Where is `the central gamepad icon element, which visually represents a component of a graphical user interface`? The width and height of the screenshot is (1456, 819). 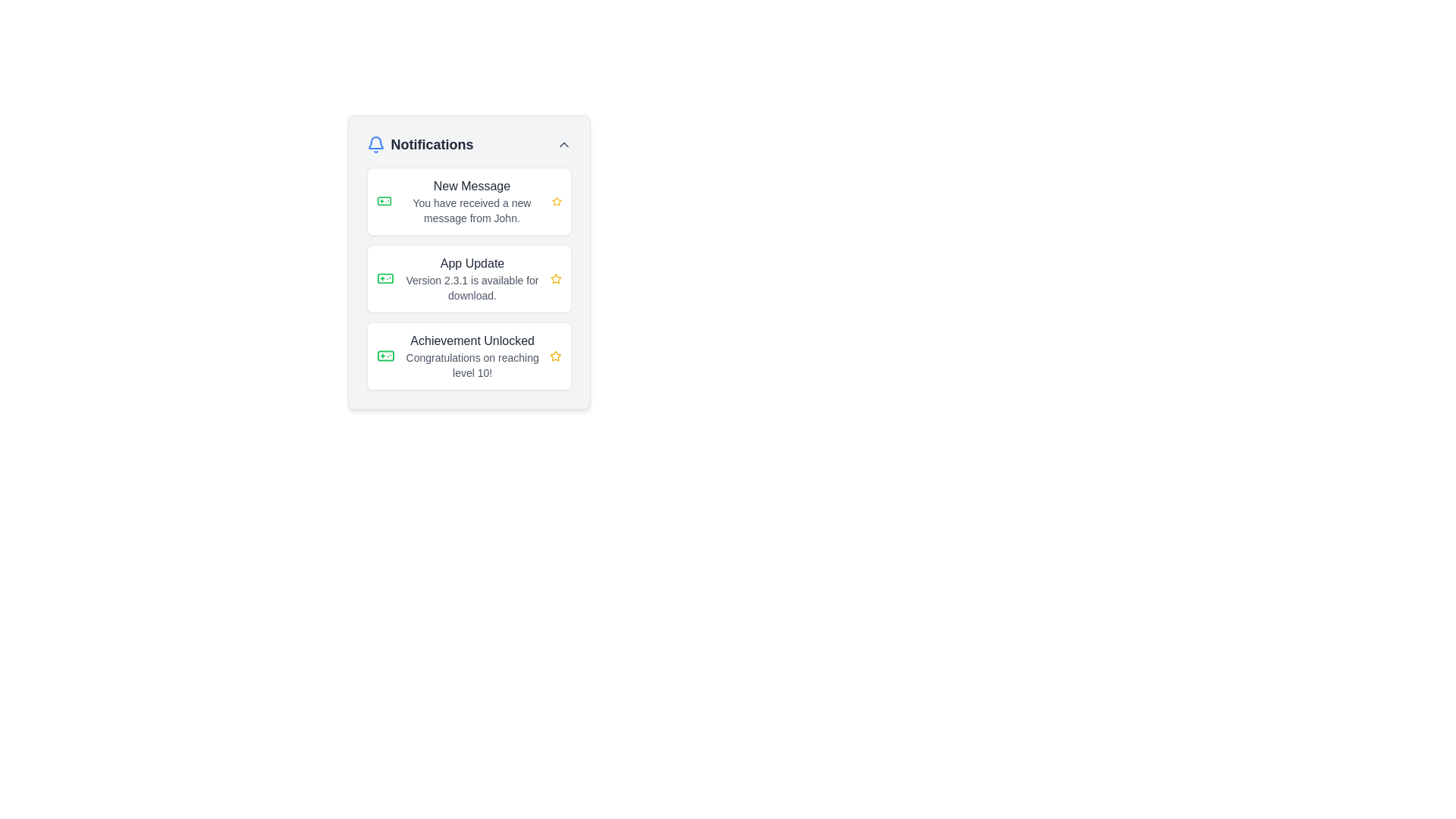
the central gamepad icon element, which visually represents a component of a graphical user interface is located at coordinates (384, 201).